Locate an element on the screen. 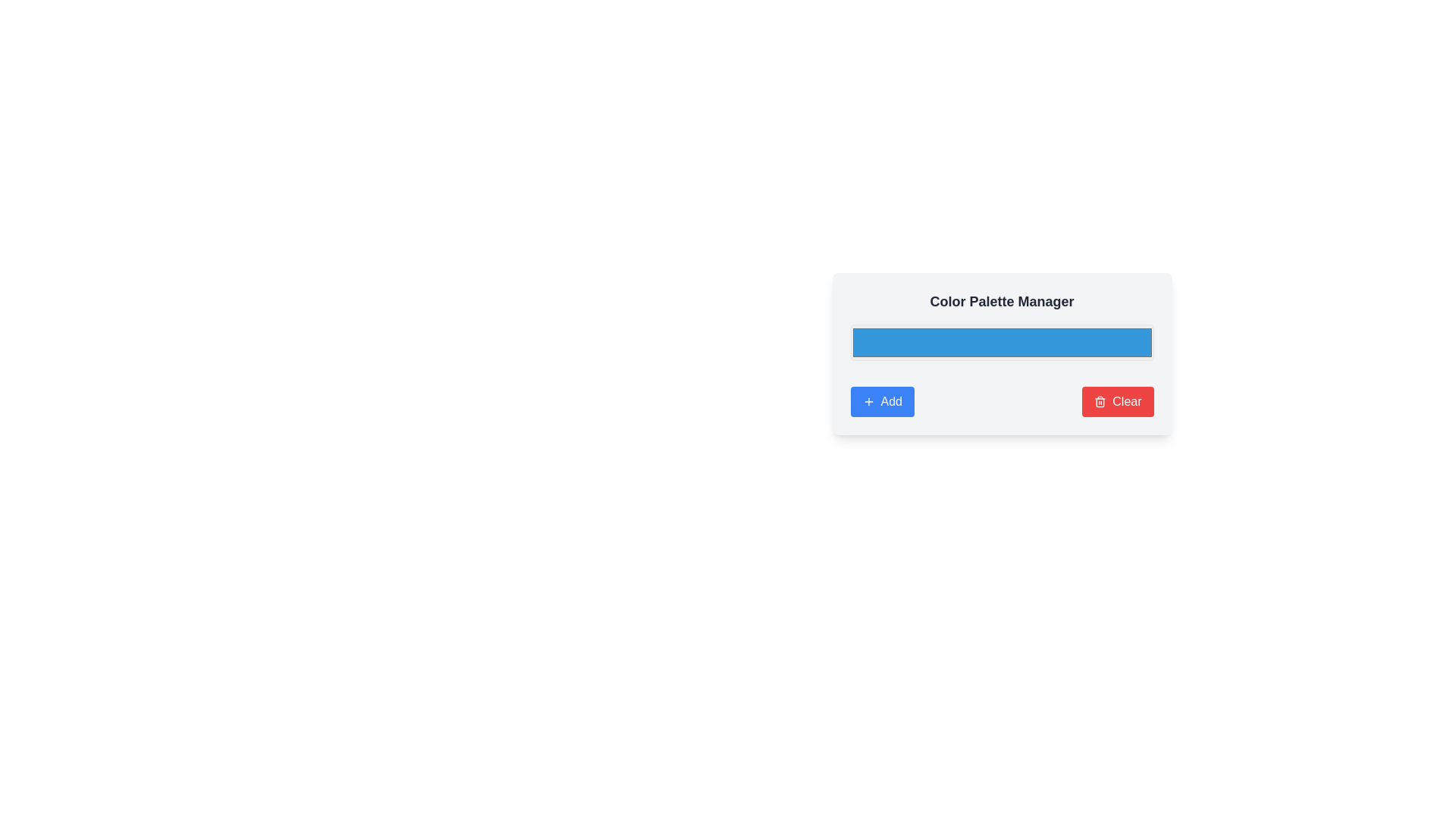  the trash can icon within the 'Clear' button, which has a red background and is located at the bottom-right corner of the 'Color Palette Manager' modal is located at coordinates (1100, 400).